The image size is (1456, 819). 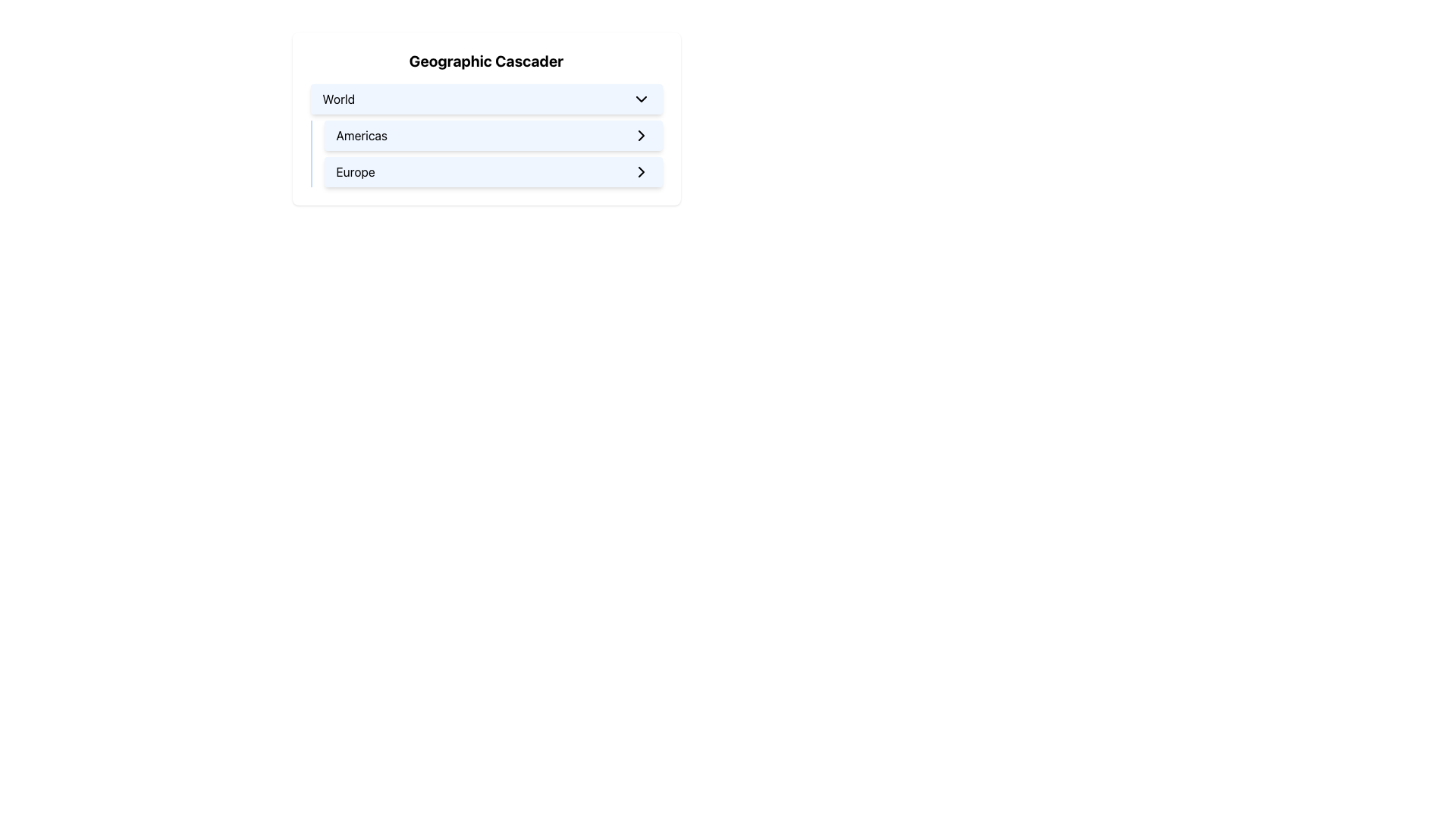 What do you see at coordinates (493, 134) in the screenshot?
I see `the 'Americas' region option in the geographic cascader list, which is the topmost option under the 'World' dropdown` at bounding box center [493, 134].